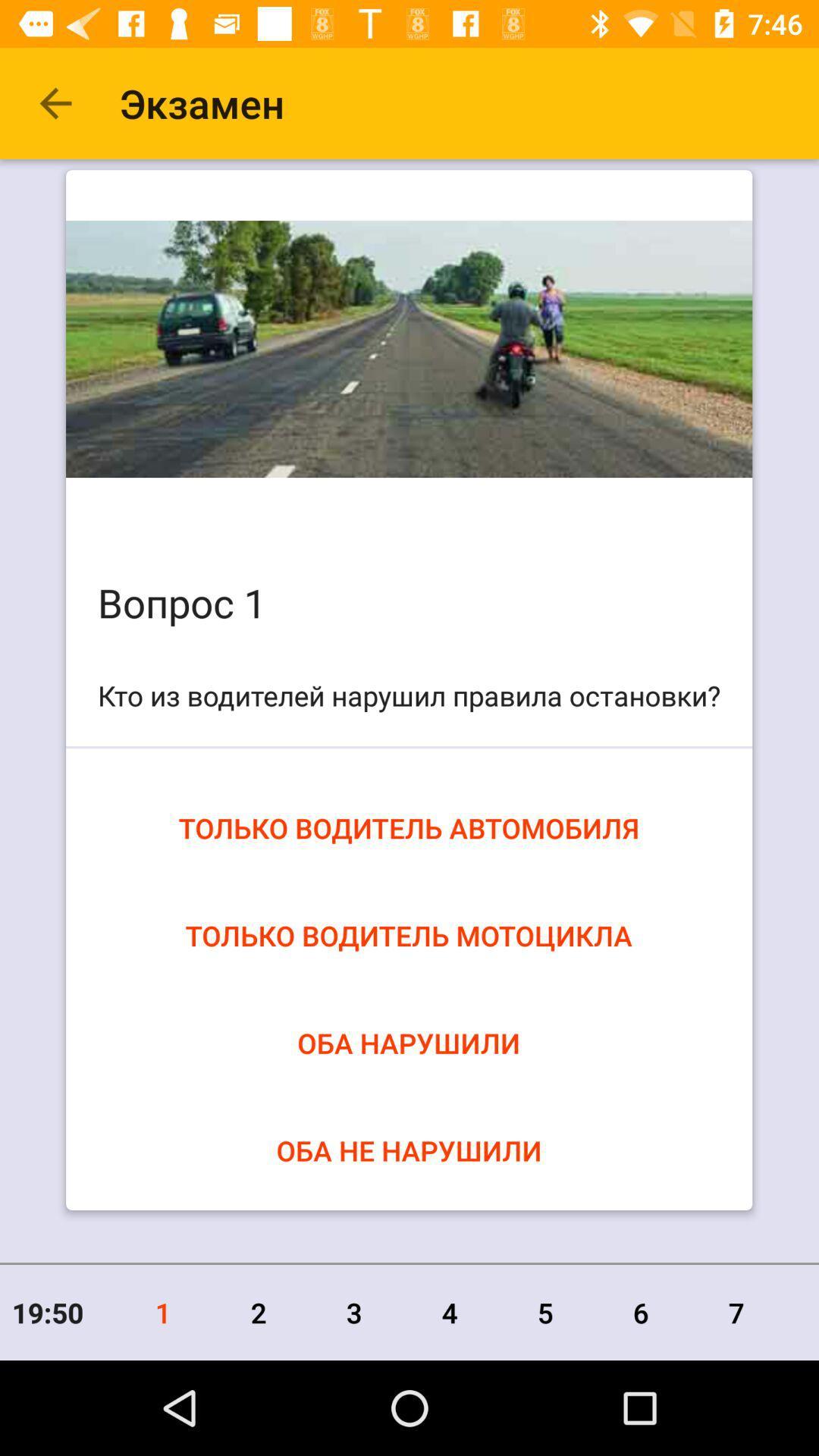  What do you see at coordinates (641, 1312) in the screenshot?
I see `the item to the right of the 5 icon` at bounding box center [641, 1312].